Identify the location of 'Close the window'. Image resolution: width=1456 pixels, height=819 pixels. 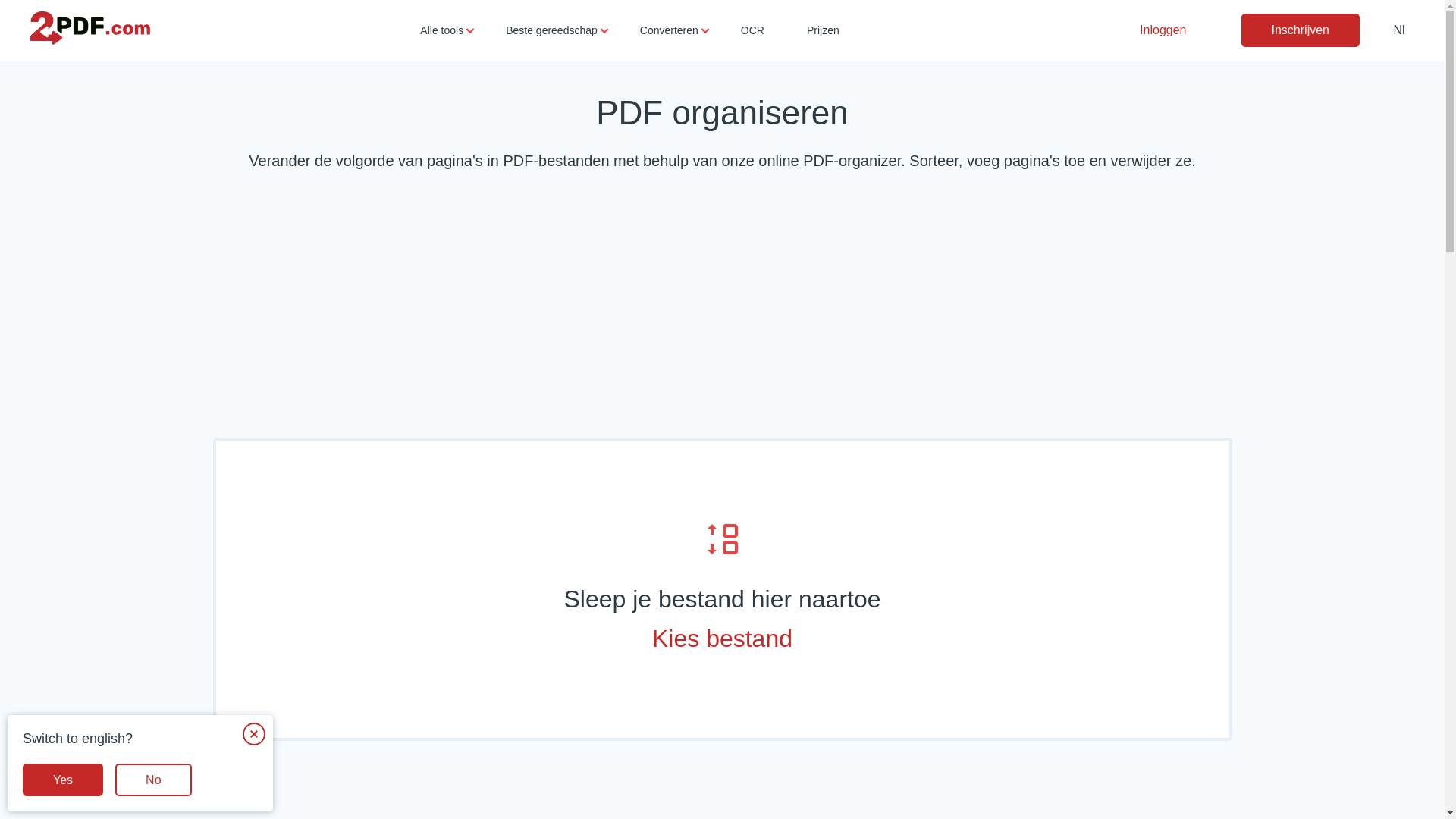
(254, 733).